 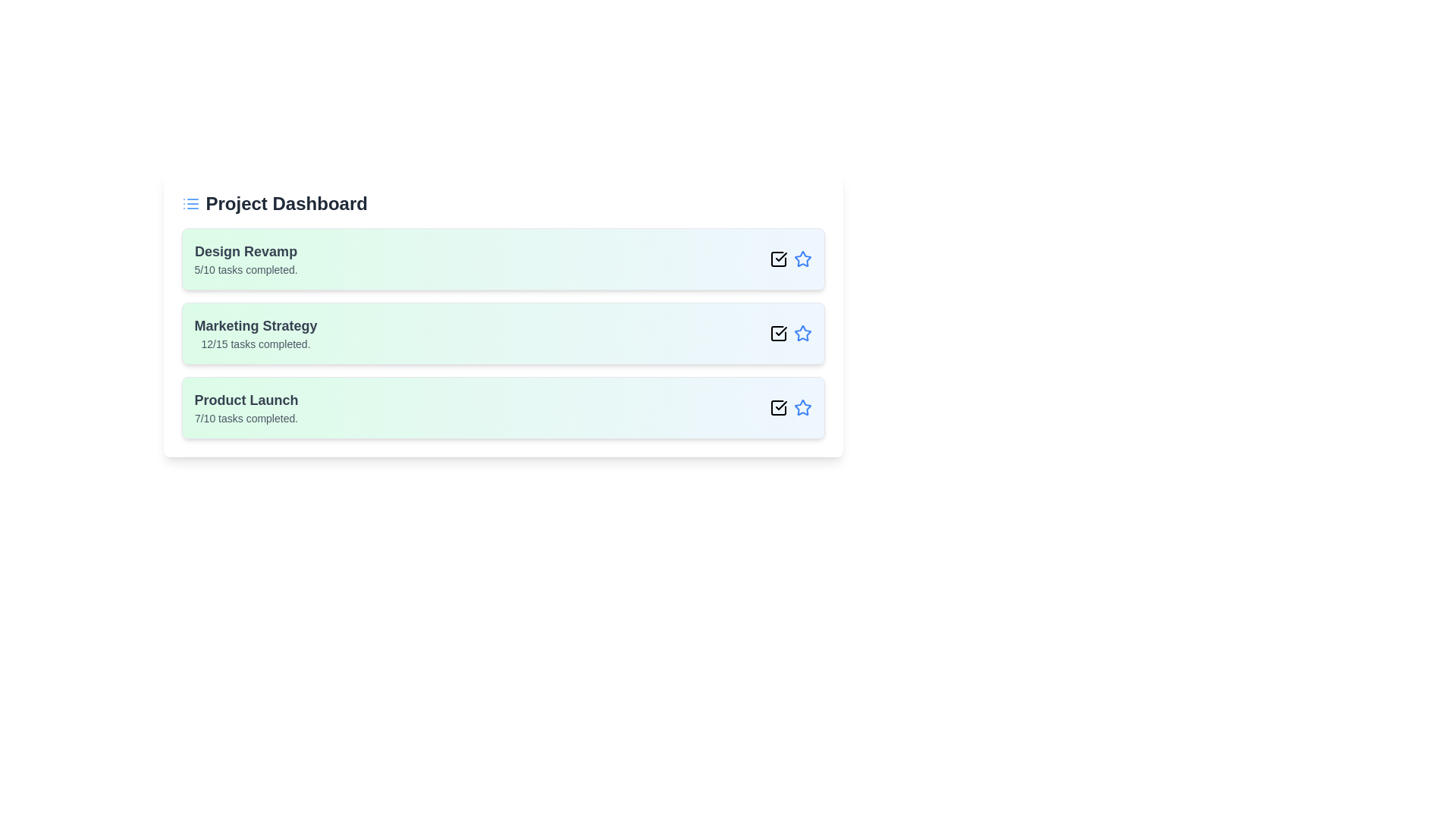 What do you see at coordinates (503, 332) in the screenshot?
I see `the project item corresponding to Marketing Strategy` at bounding box center [503, 332].